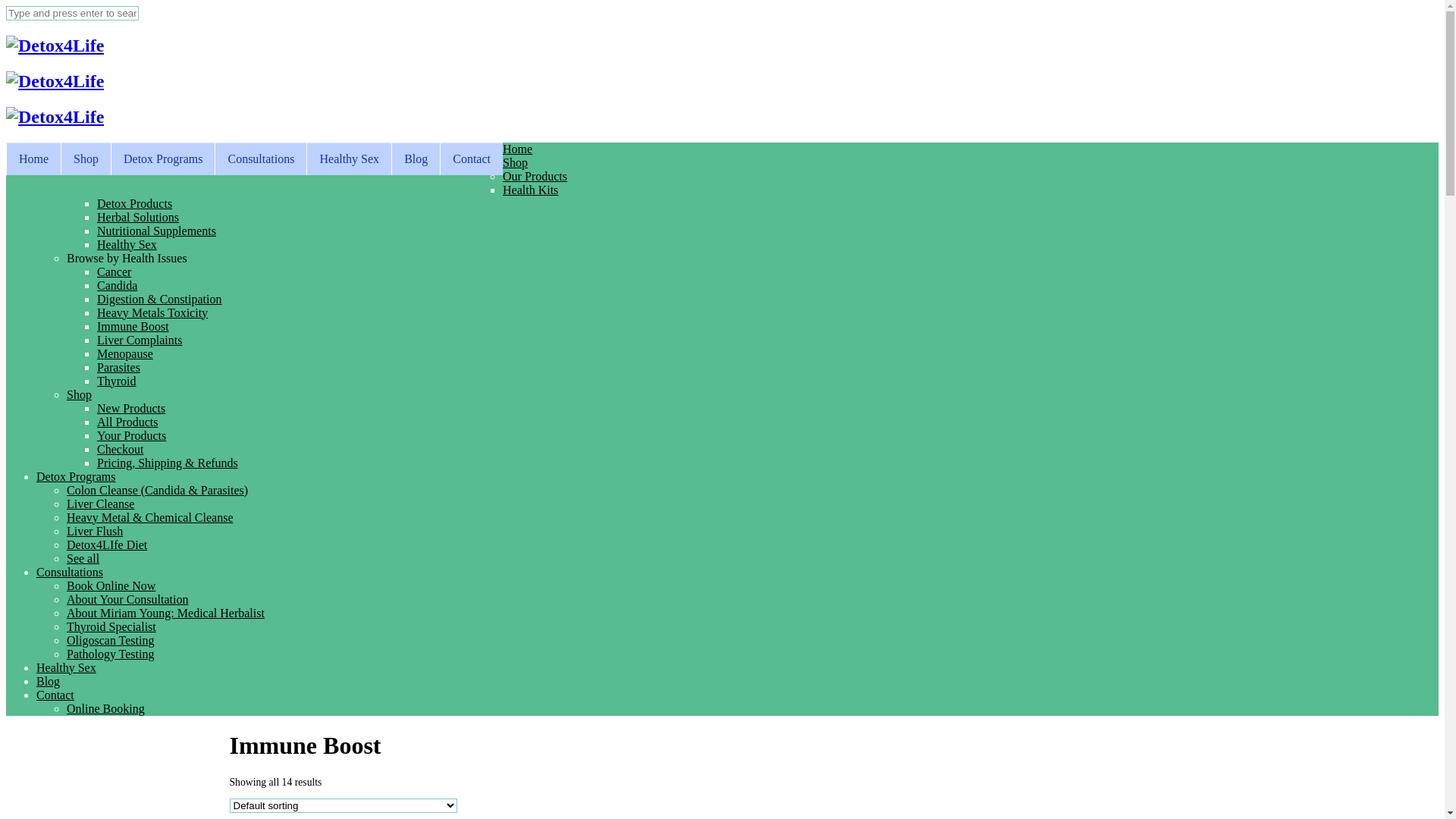 This screenshot has height=819, width=1456. What do you see at coordinates (65, 708) in the screenshot?
I see `'Online Booking'` at bounding box center [65, 708].